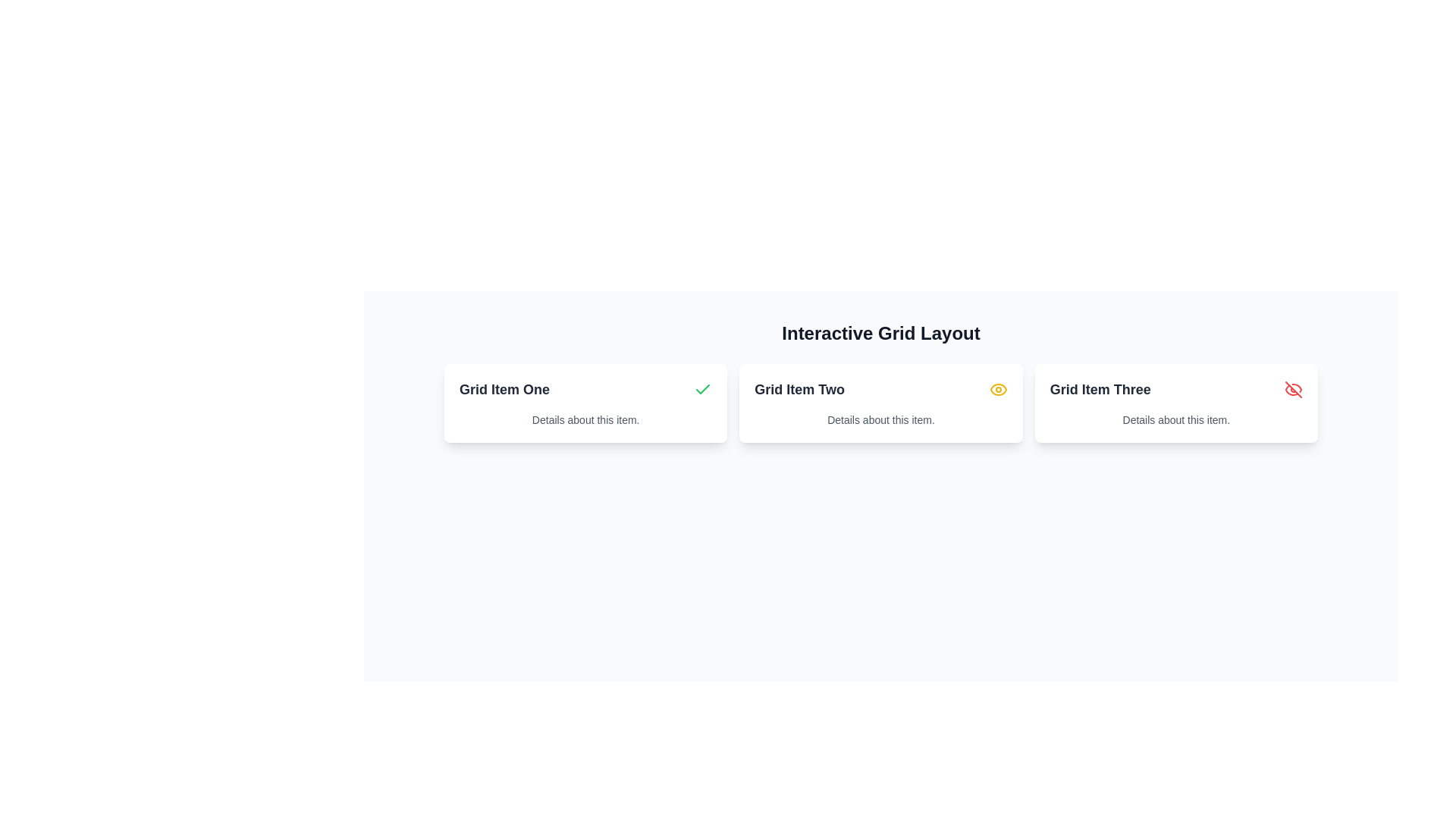 This screenshot has width=1456, height=819. I want to click on the static text label that provides additional context for the 'Grid Item Two' section, located at the bottom area of the 'Grid Item Two' card, so click(880, 420).